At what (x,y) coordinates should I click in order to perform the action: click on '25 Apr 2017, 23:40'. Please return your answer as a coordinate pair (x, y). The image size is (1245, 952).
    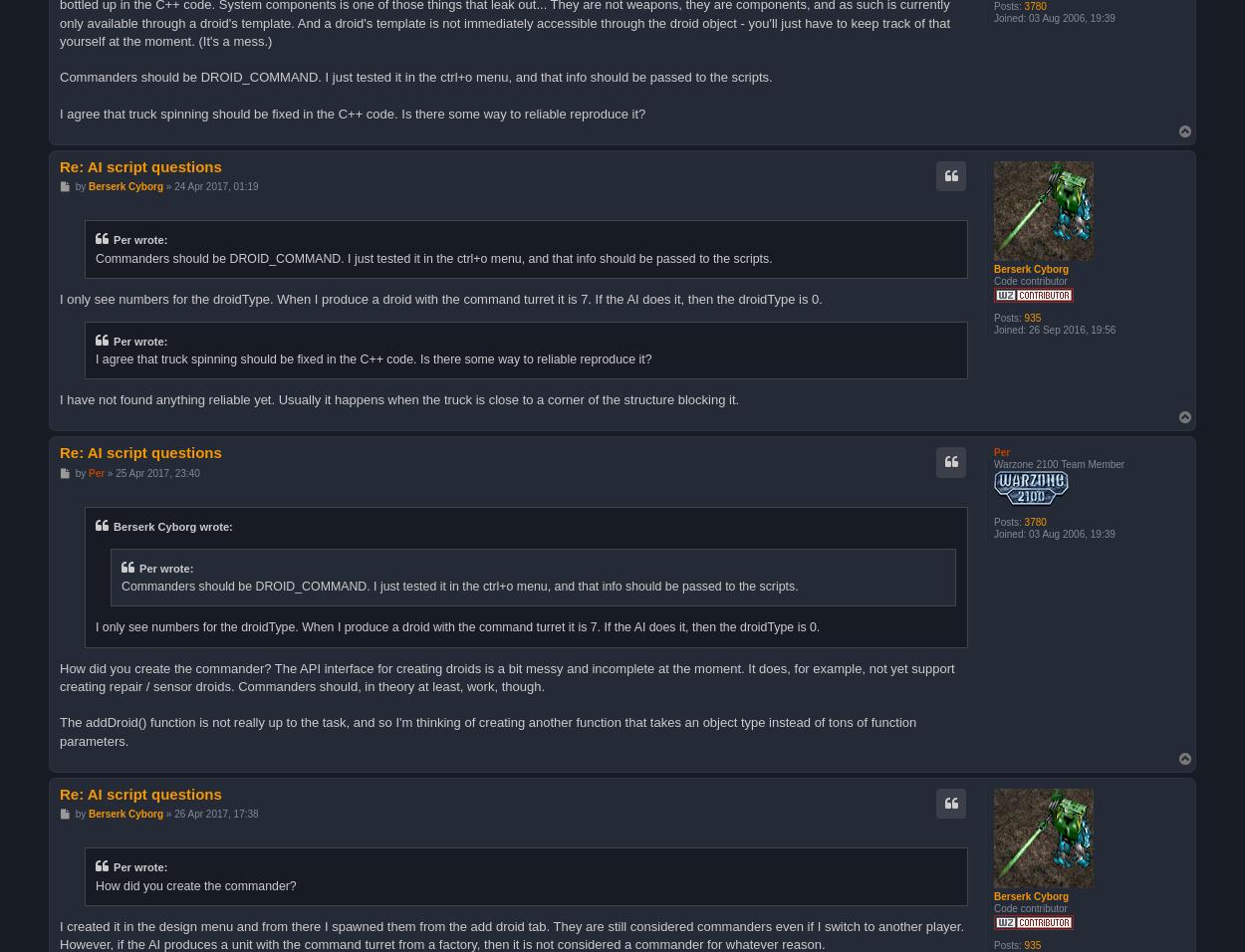
    Looking at the image, I should click on (157, 472).